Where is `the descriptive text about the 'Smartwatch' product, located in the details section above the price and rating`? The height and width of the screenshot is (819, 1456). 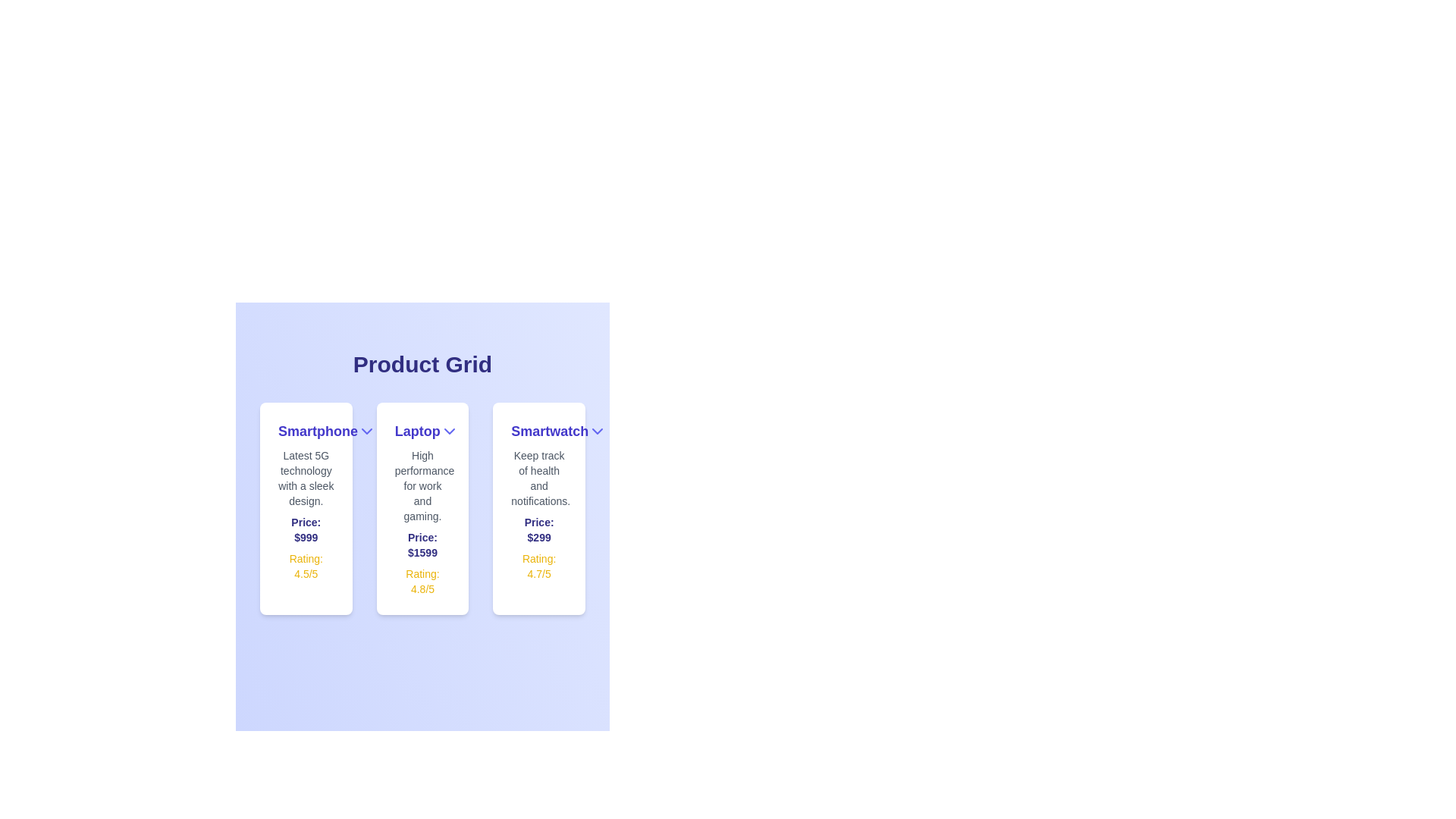
the descriptive text about the 'Smartwatch' product, located in the details section above the price and rating is located at coordinates (539, 479).